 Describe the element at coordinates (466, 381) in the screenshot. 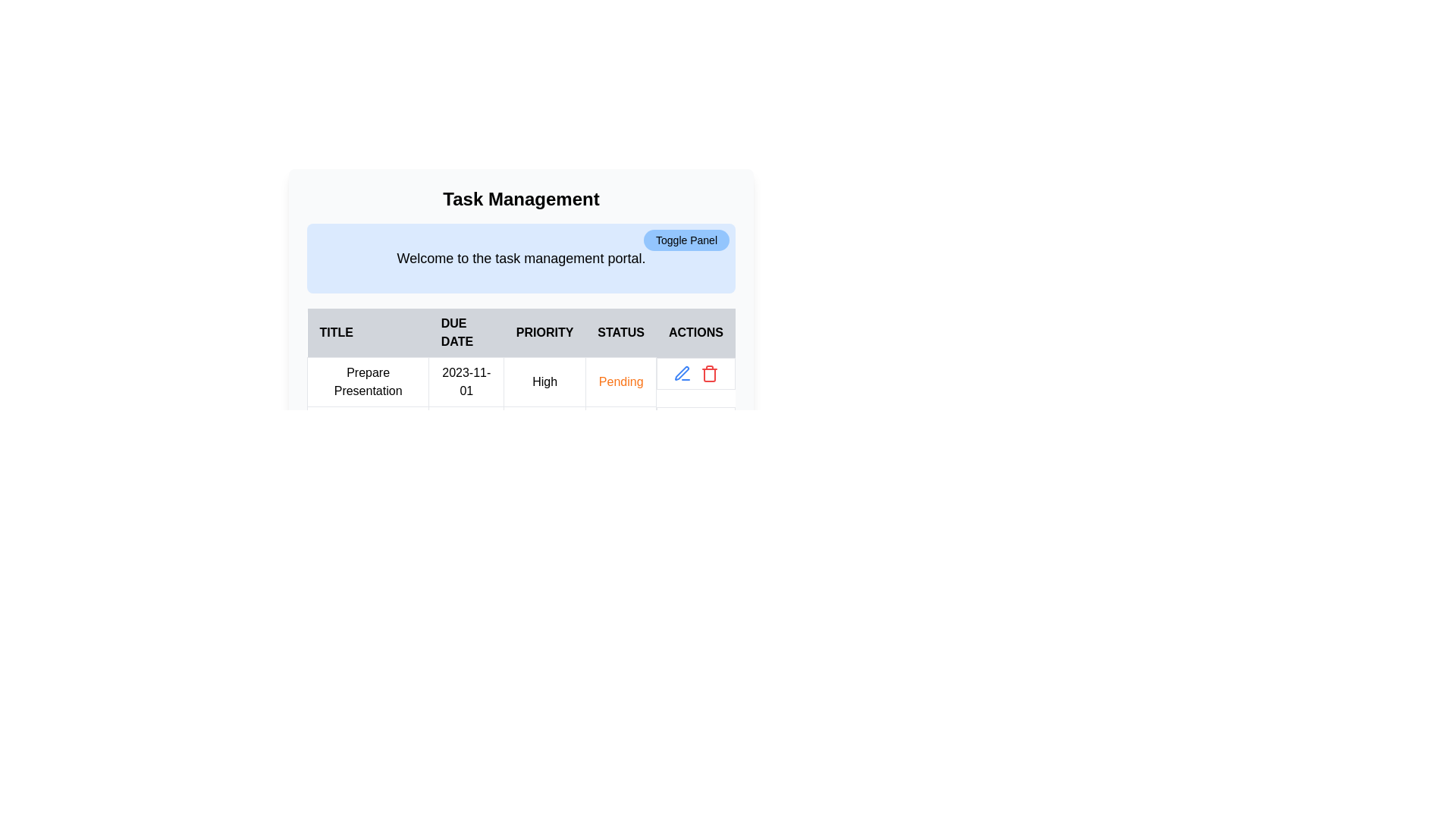

I see `the text display element showing the due date for the task 'Prepare Presentation' in the table` at that location.